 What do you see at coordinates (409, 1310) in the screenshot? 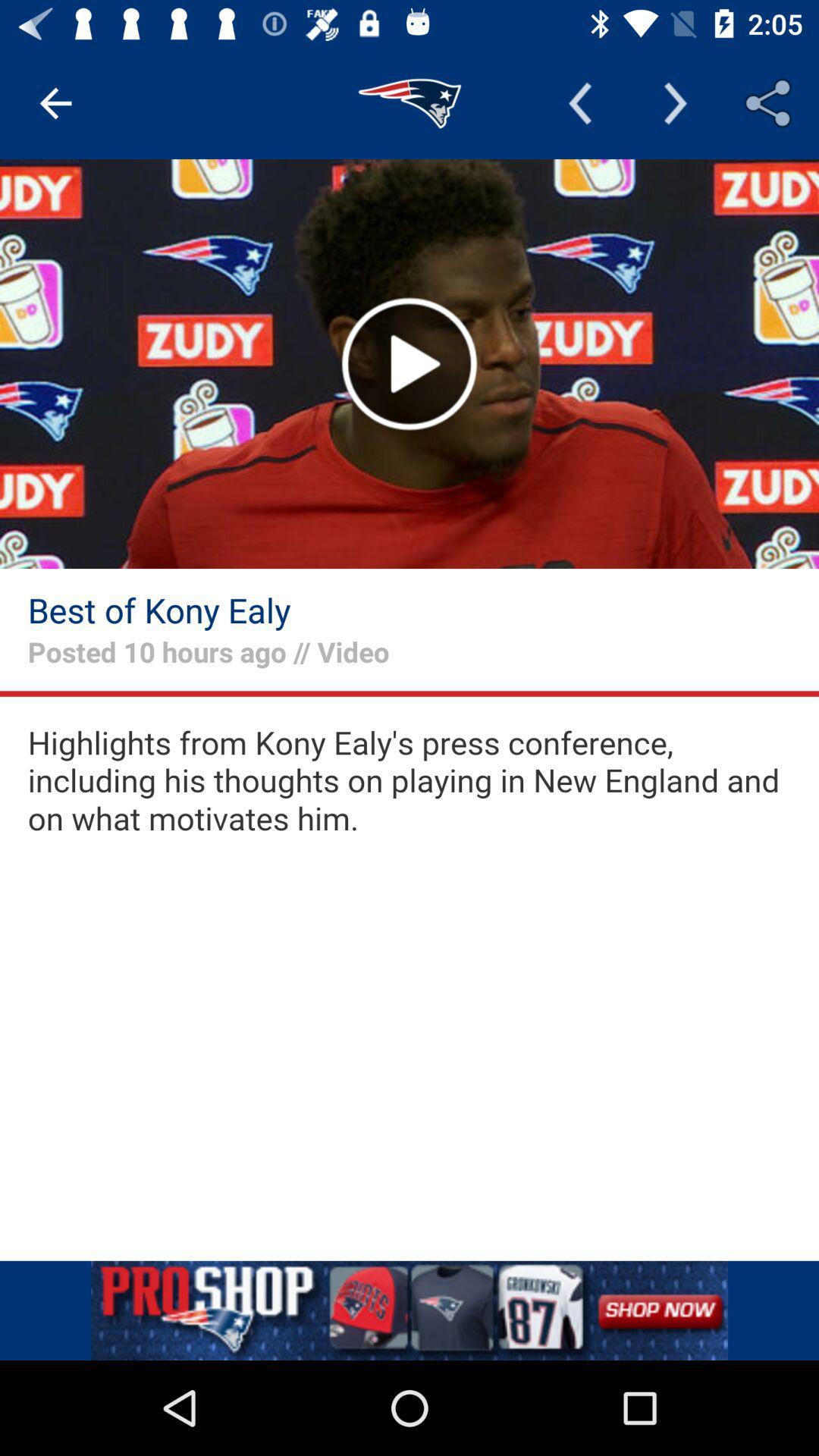
I see `the option` at bounding box center [409, 1310].